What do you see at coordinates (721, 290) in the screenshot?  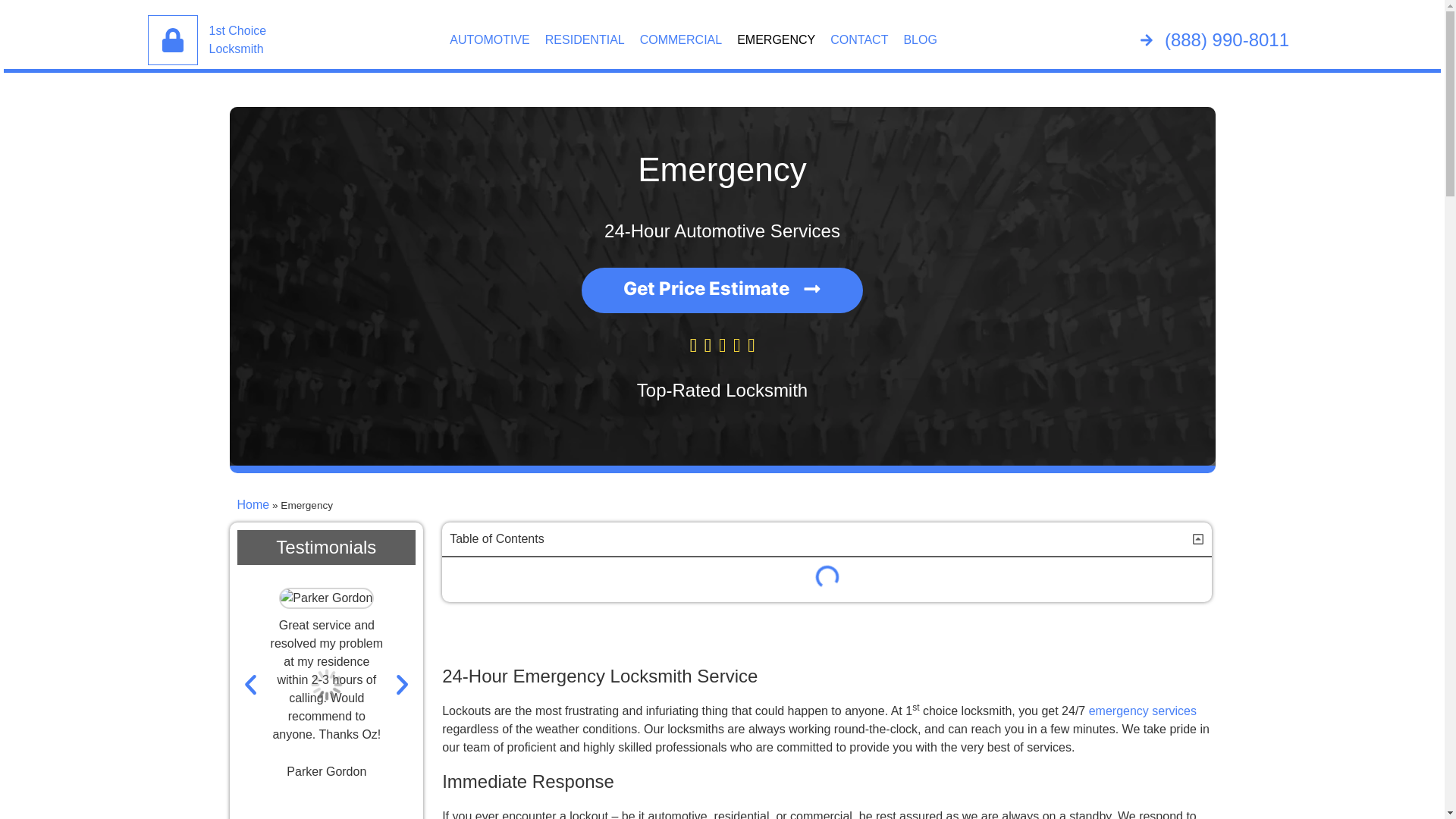 I see `'Get Price Estimate'` at bounding box center [721, 290].